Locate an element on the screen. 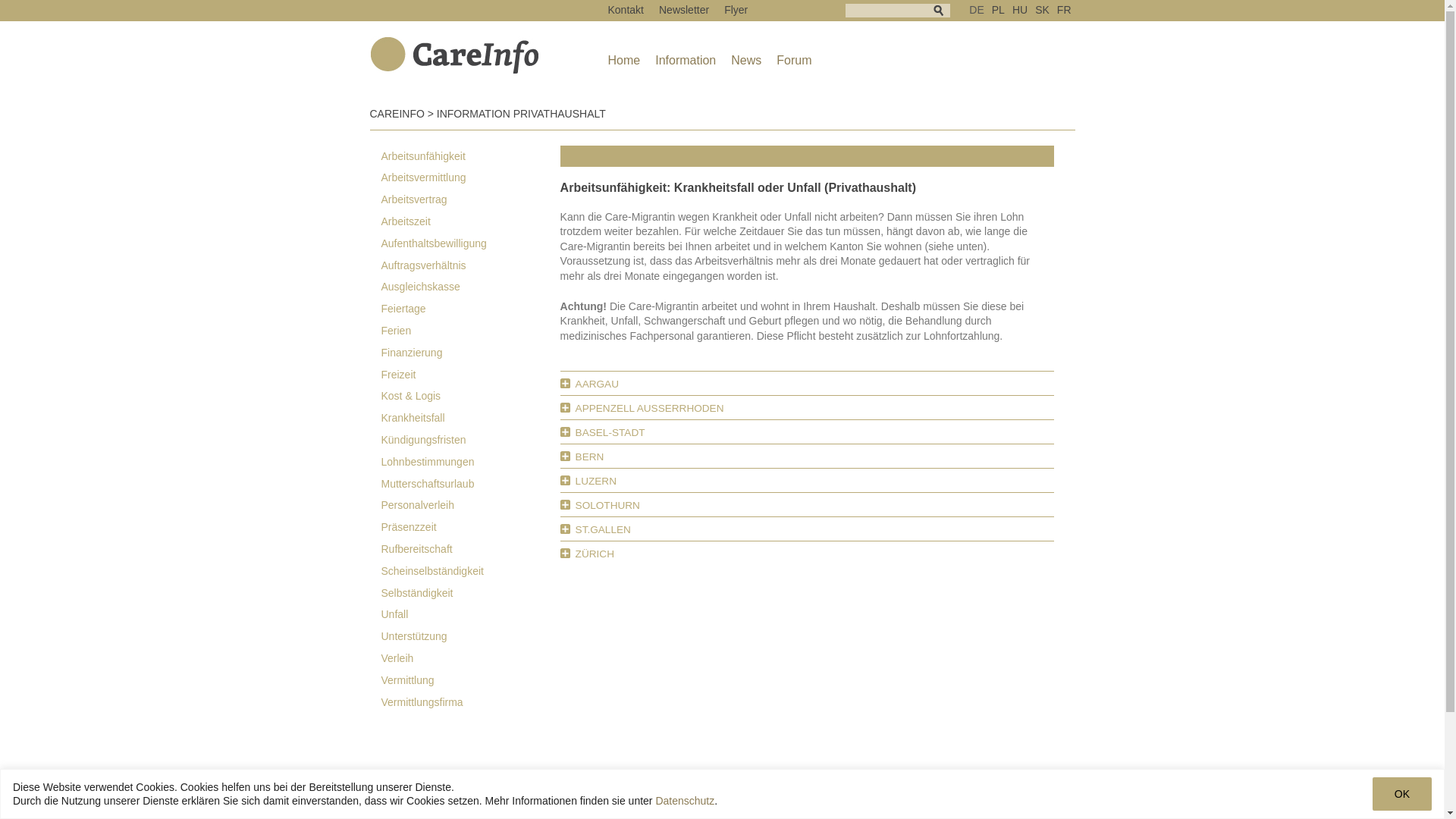  'Home' is located at coordinates (624, 59).